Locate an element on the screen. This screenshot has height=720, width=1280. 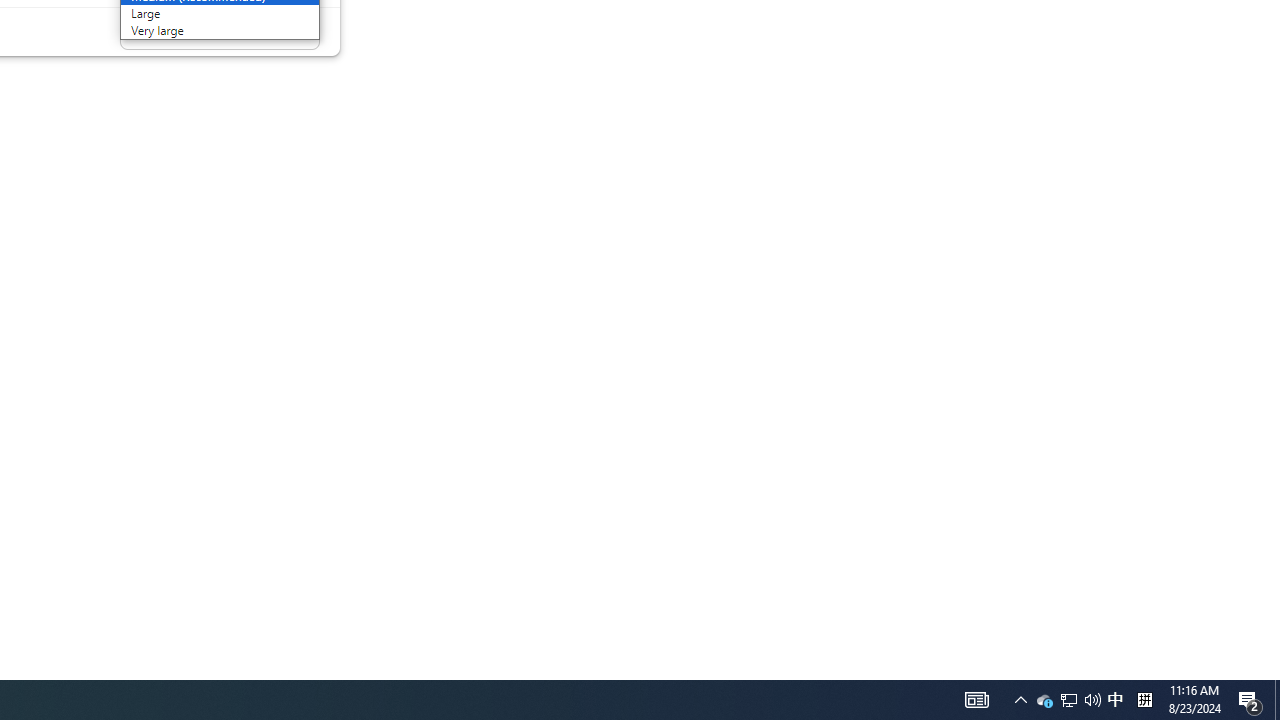
'Very large' is located at coordinates (194, 30).